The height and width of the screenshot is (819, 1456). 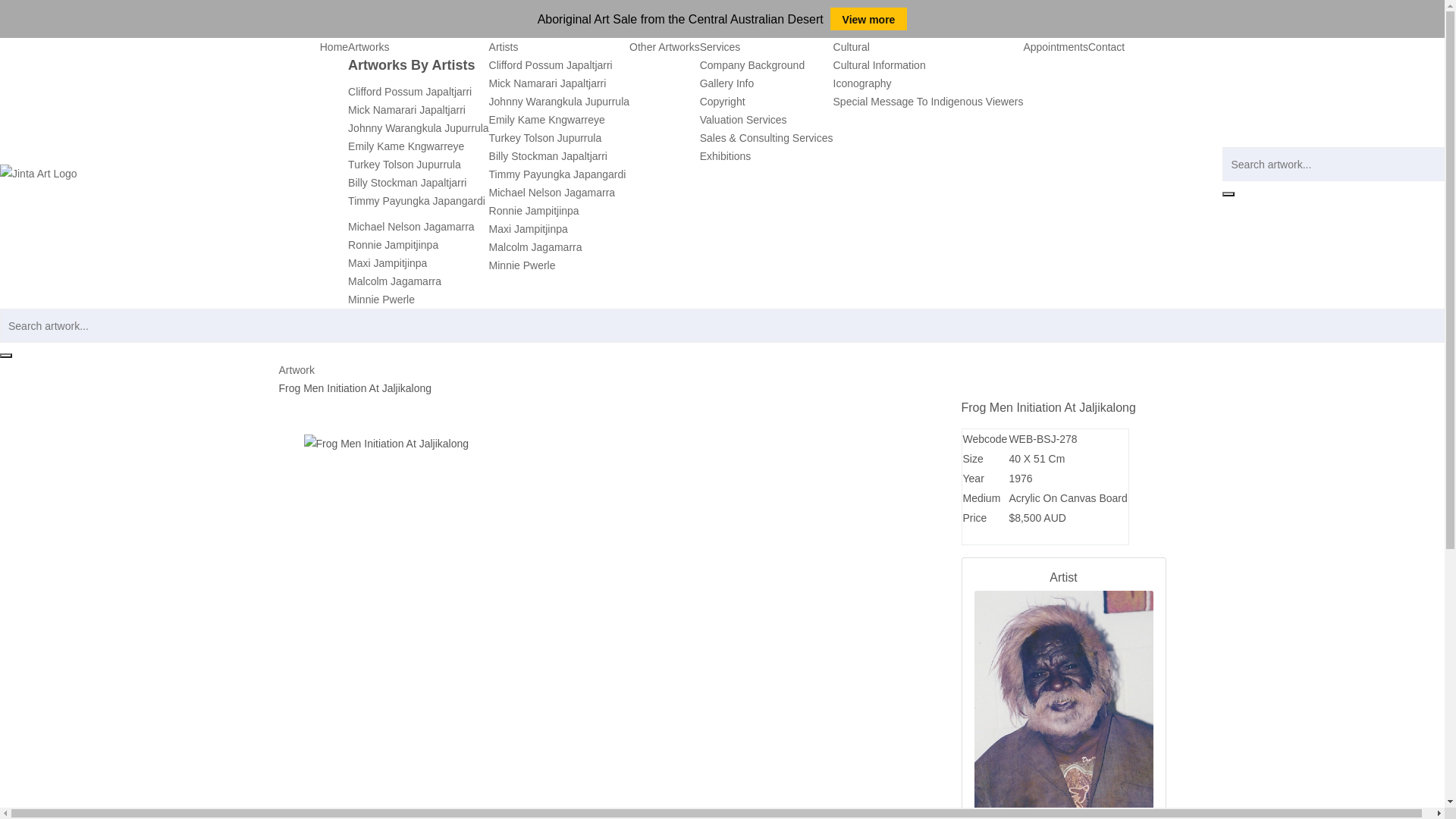 What do you see at coordinates (743, 119) in the screenshot?
I see `'Valuation Services'` at bounding box center [743, 119].